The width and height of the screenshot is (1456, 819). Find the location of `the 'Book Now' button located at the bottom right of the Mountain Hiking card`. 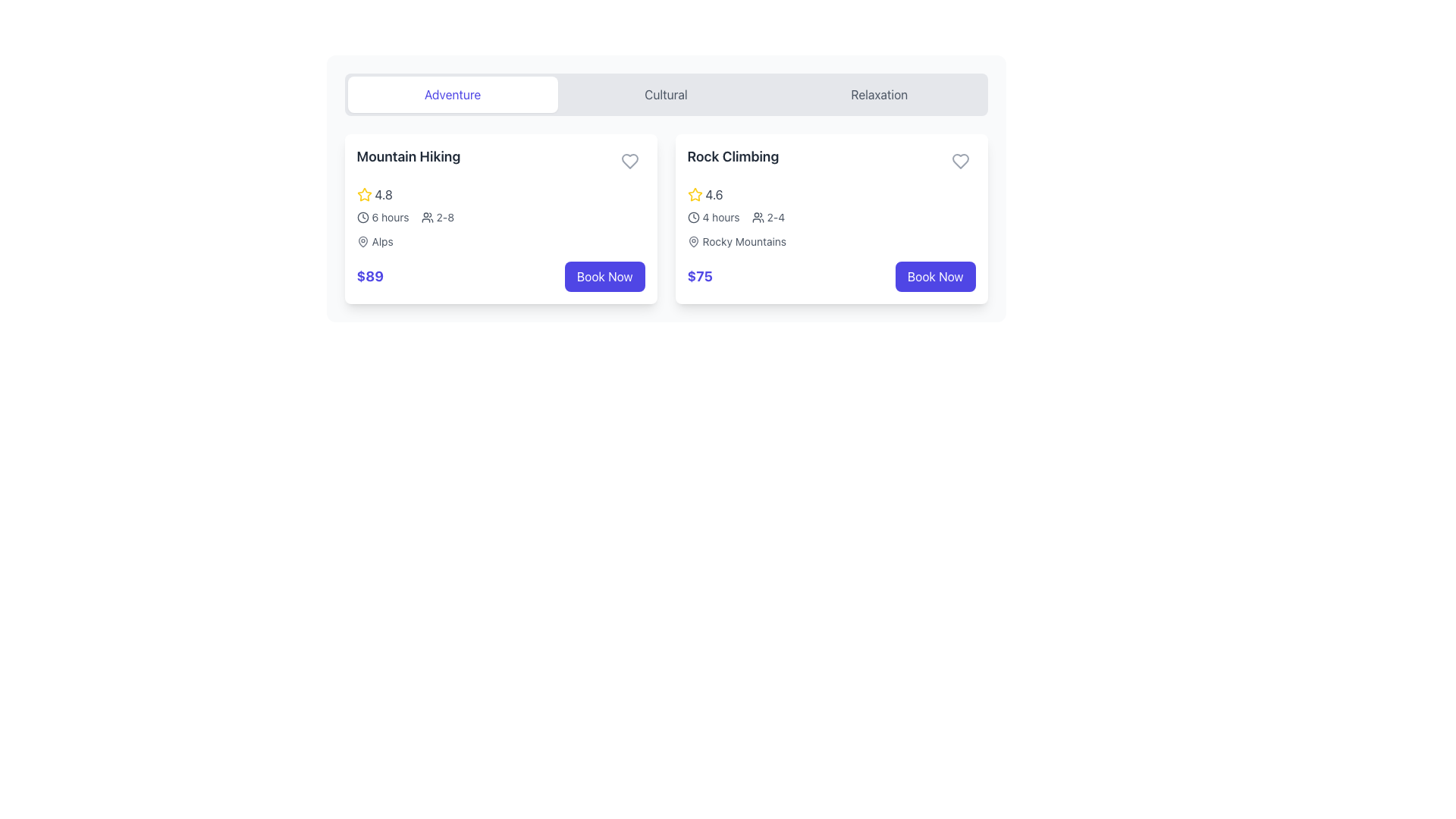

the 'Book Now' button located at the bottom right of the Mountain Hiking card is located at coordinates (604, 277).